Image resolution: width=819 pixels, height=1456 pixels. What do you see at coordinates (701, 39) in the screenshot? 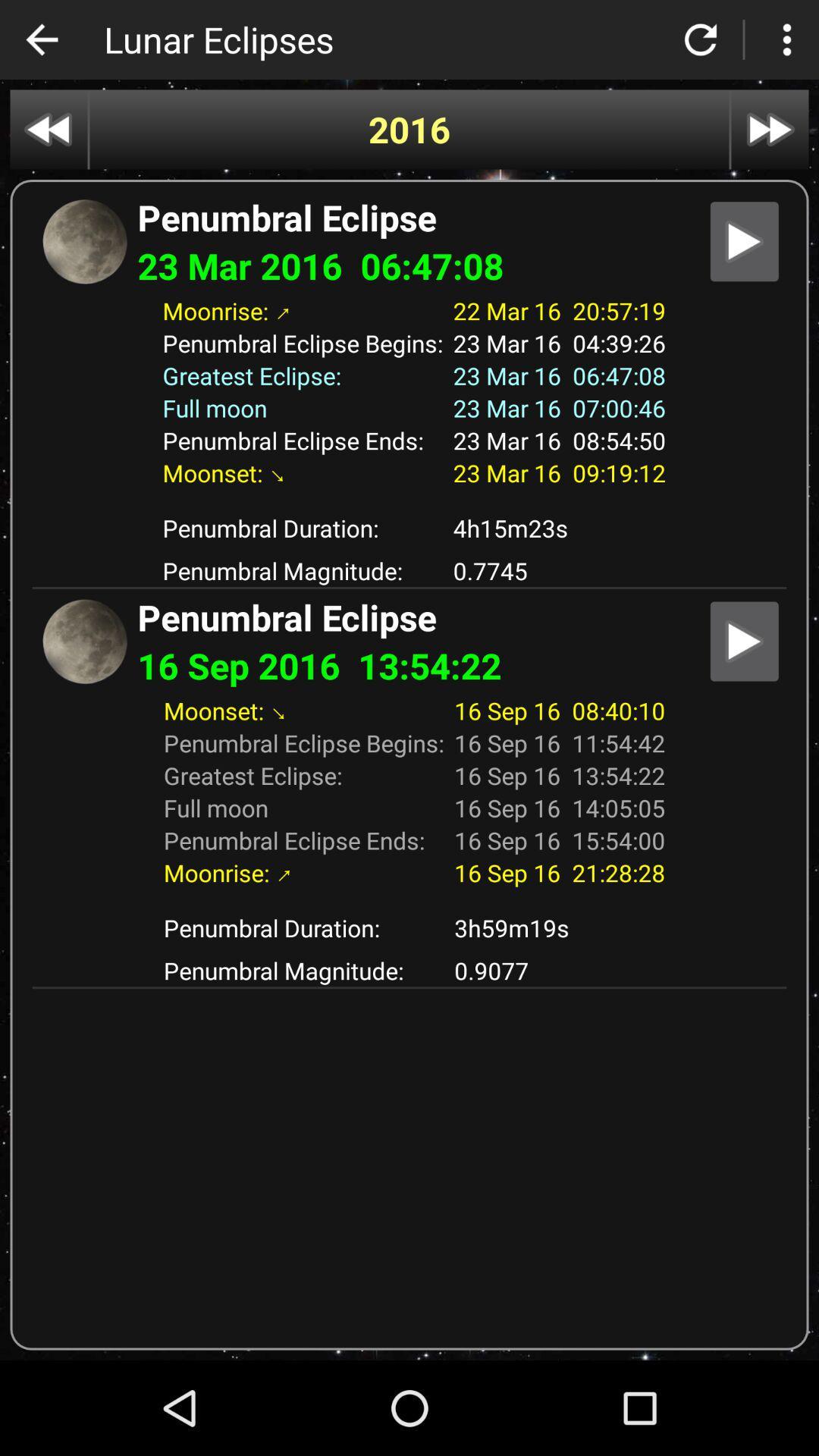
I see `reload option` at bounding box center [701, 39].